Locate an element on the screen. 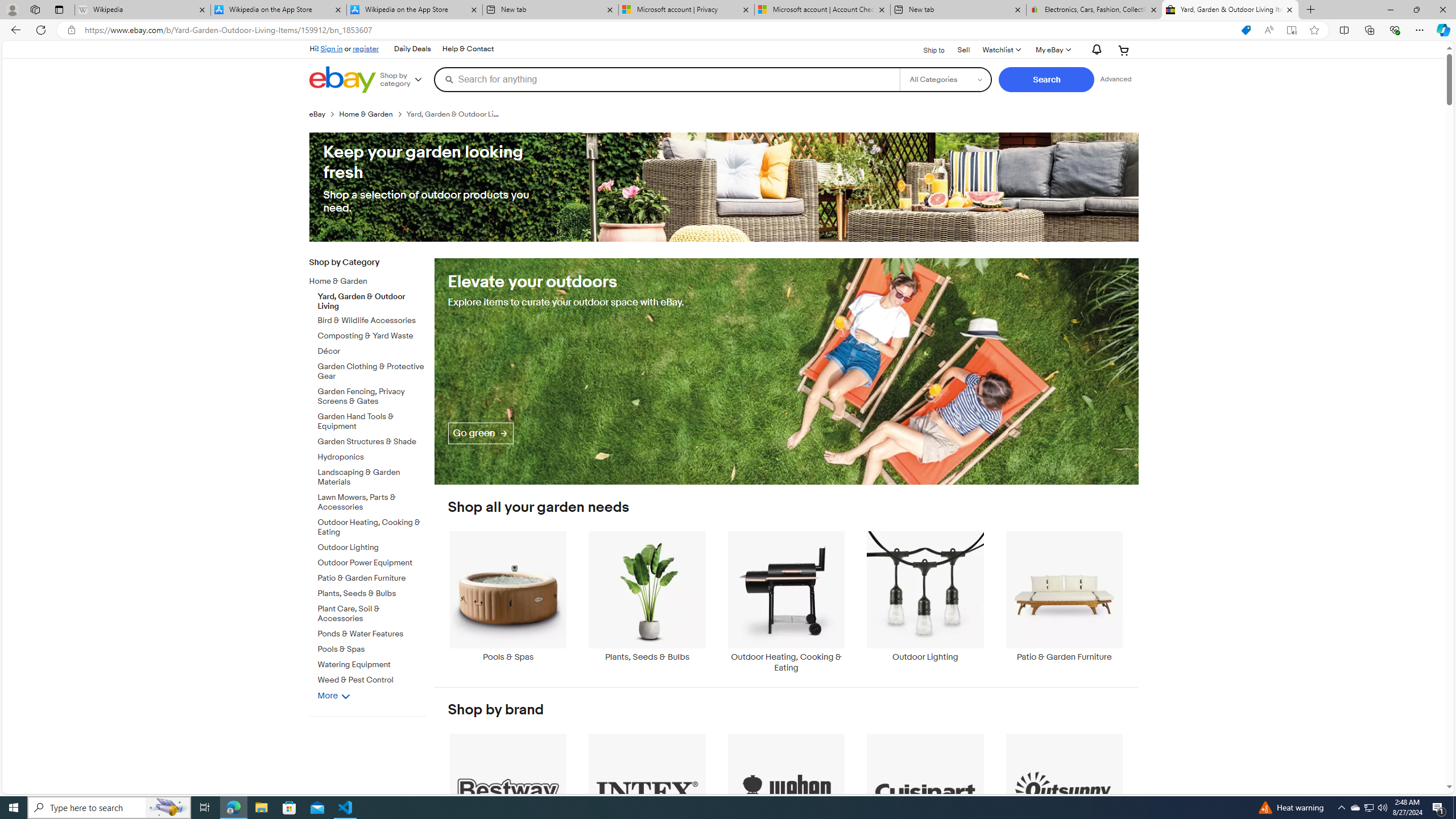  'Daily Deals' is located at coordinates (411, 48).